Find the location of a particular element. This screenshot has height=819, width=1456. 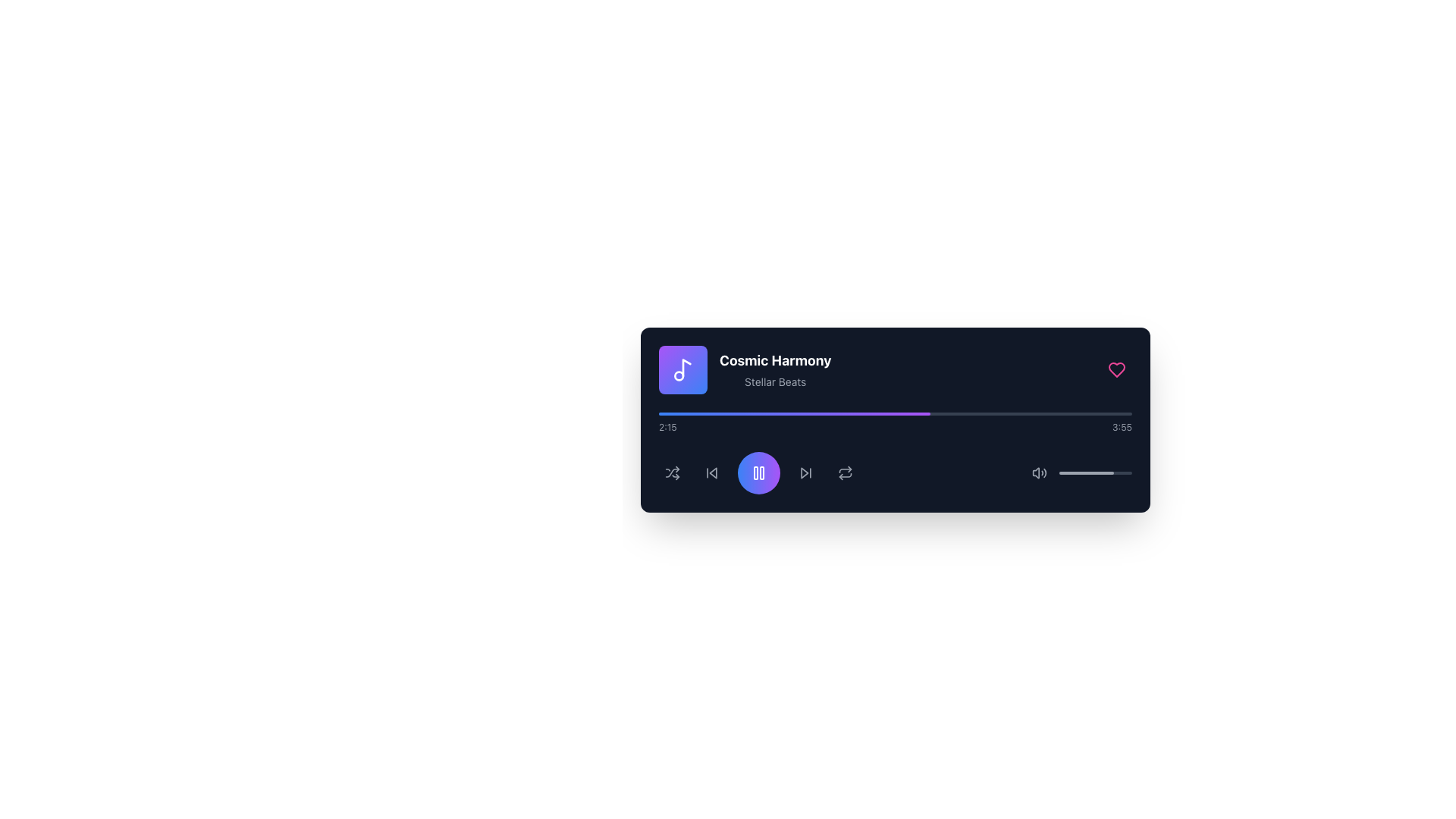

the volume slider is located at coordinates (1122, 472).